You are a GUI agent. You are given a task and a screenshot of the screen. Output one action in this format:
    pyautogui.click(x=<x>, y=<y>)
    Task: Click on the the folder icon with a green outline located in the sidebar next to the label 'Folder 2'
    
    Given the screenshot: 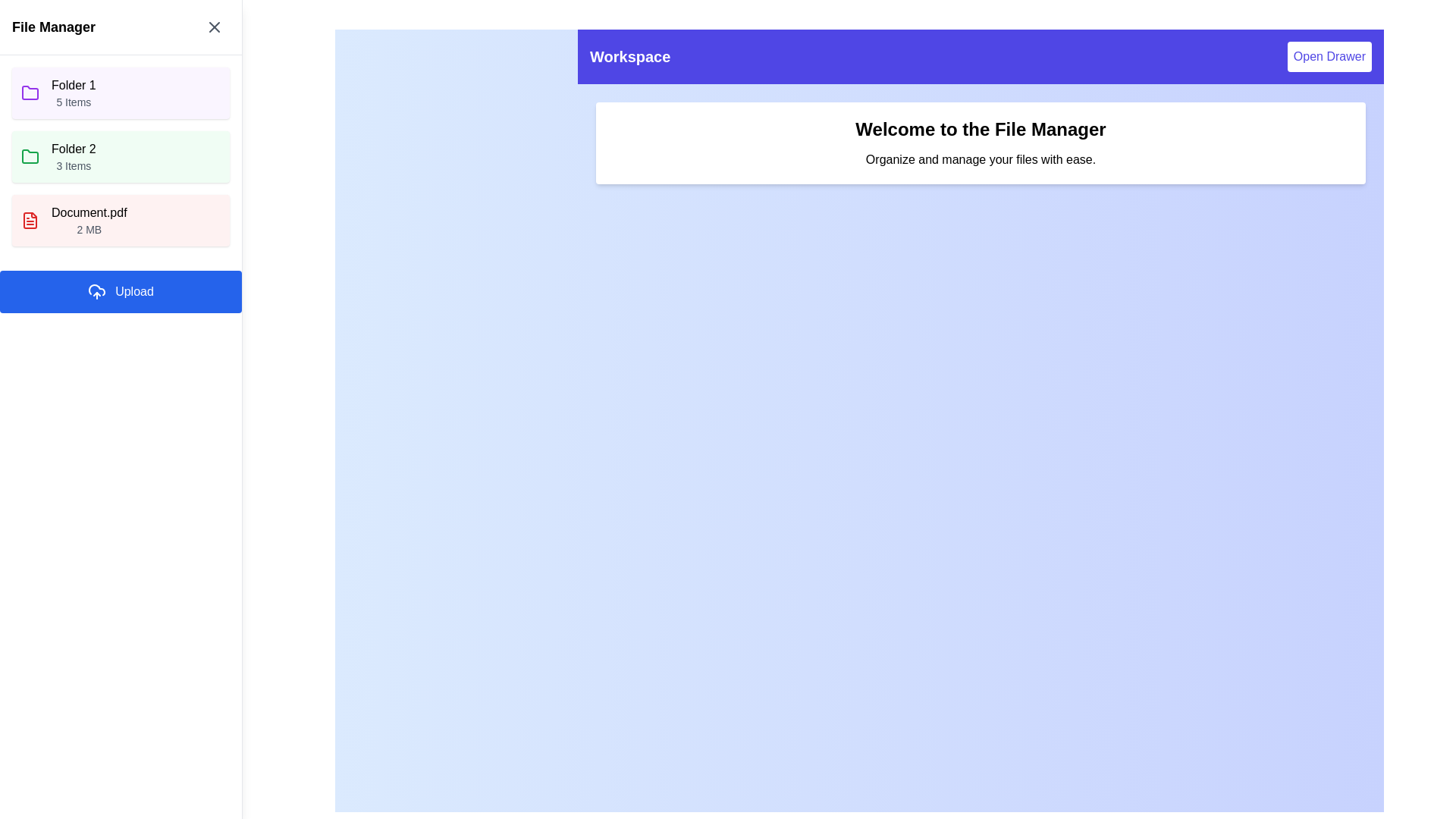 What is the action you would take?
    pyautogui.click(x=30, y=156)
    